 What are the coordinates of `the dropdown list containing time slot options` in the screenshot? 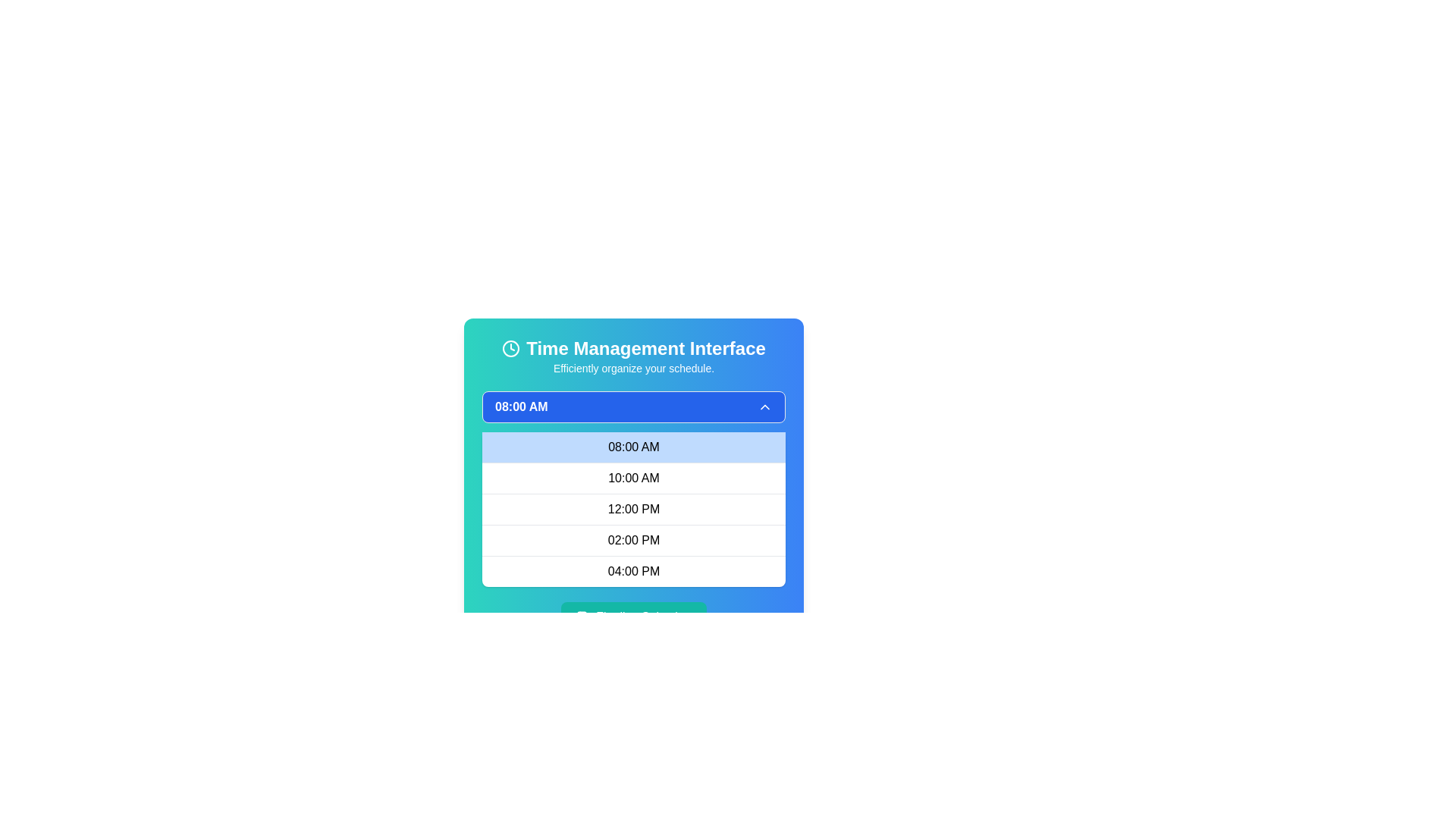 It's located at (633, 509).